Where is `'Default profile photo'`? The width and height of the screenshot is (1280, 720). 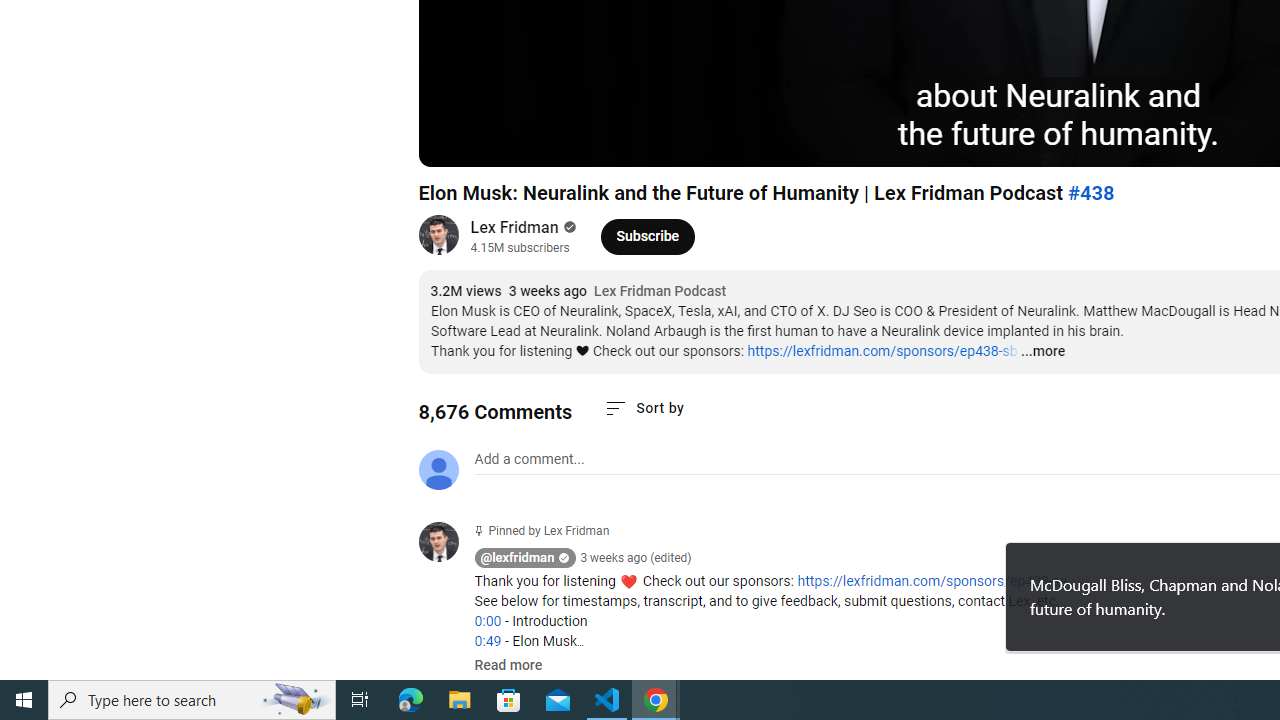 'Default profile photo' is located at coordinates (438, 470).